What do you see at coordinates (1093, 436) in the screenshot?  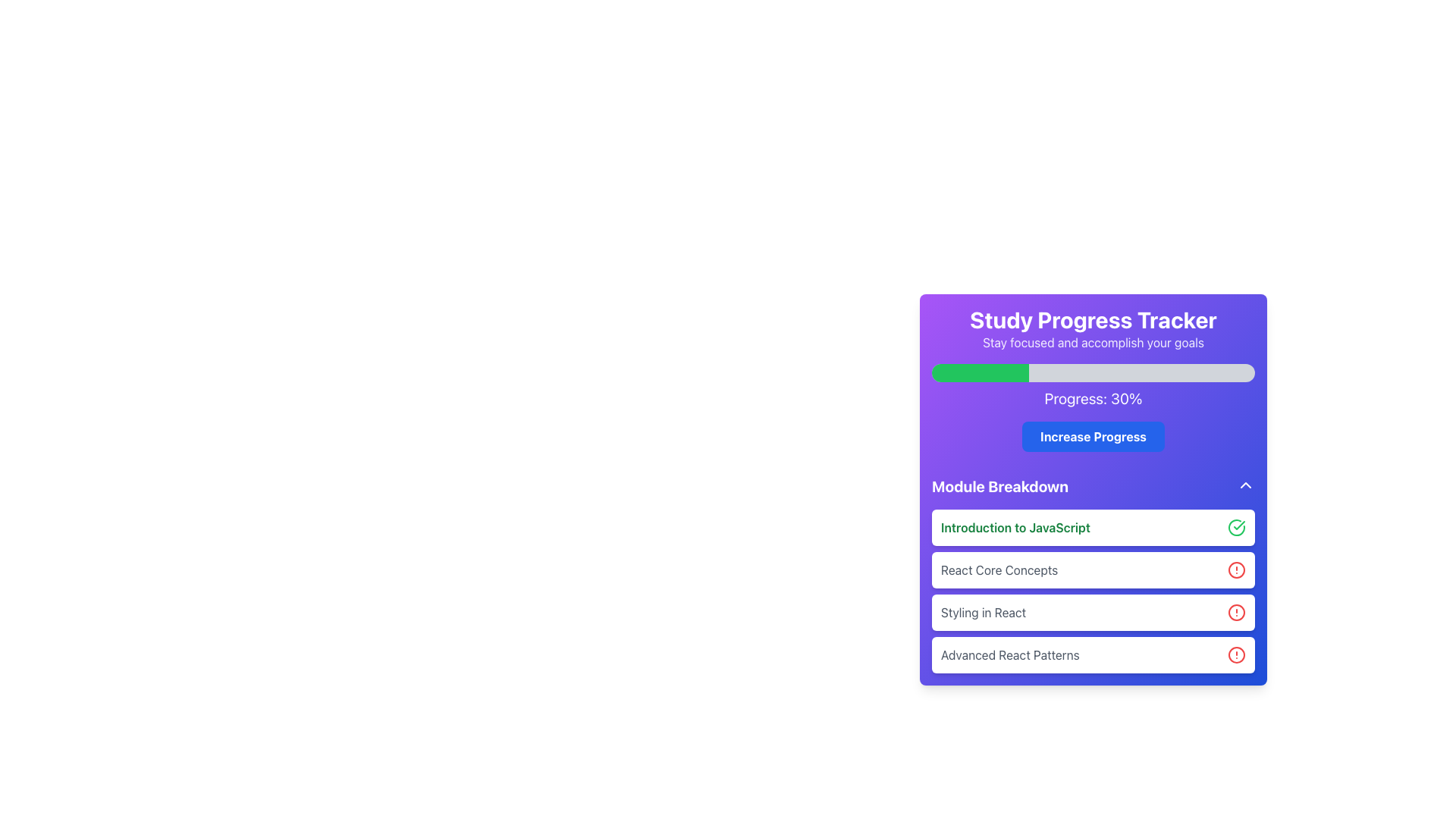 I see `the blue button with rounded corners labeled 'Increase Progress' to increase the progress` at bounding box center [1093, 436].